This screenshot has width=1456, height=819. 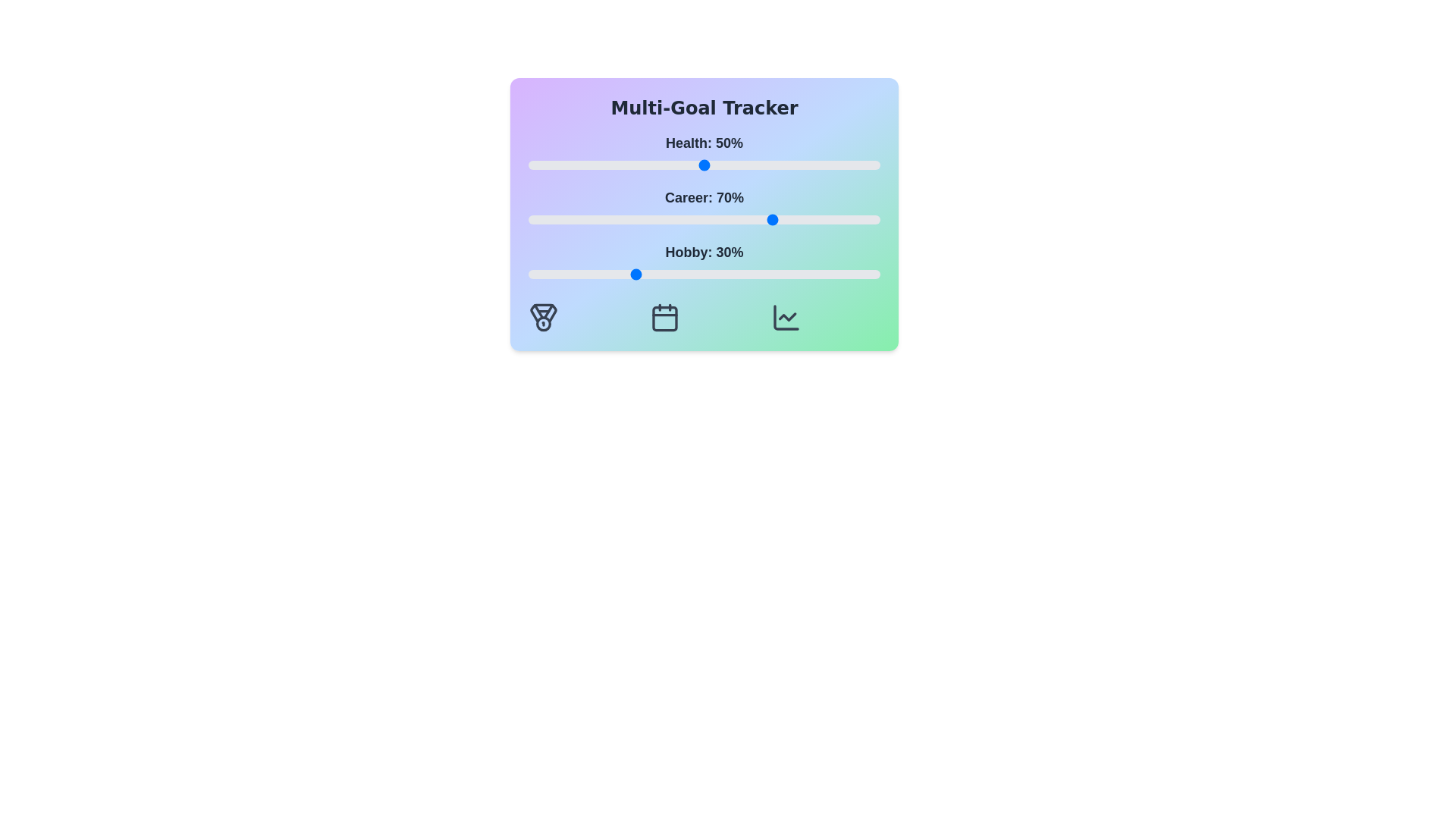 I want to click on the 'Health' slider to 75%, so click(x=792, y=165).